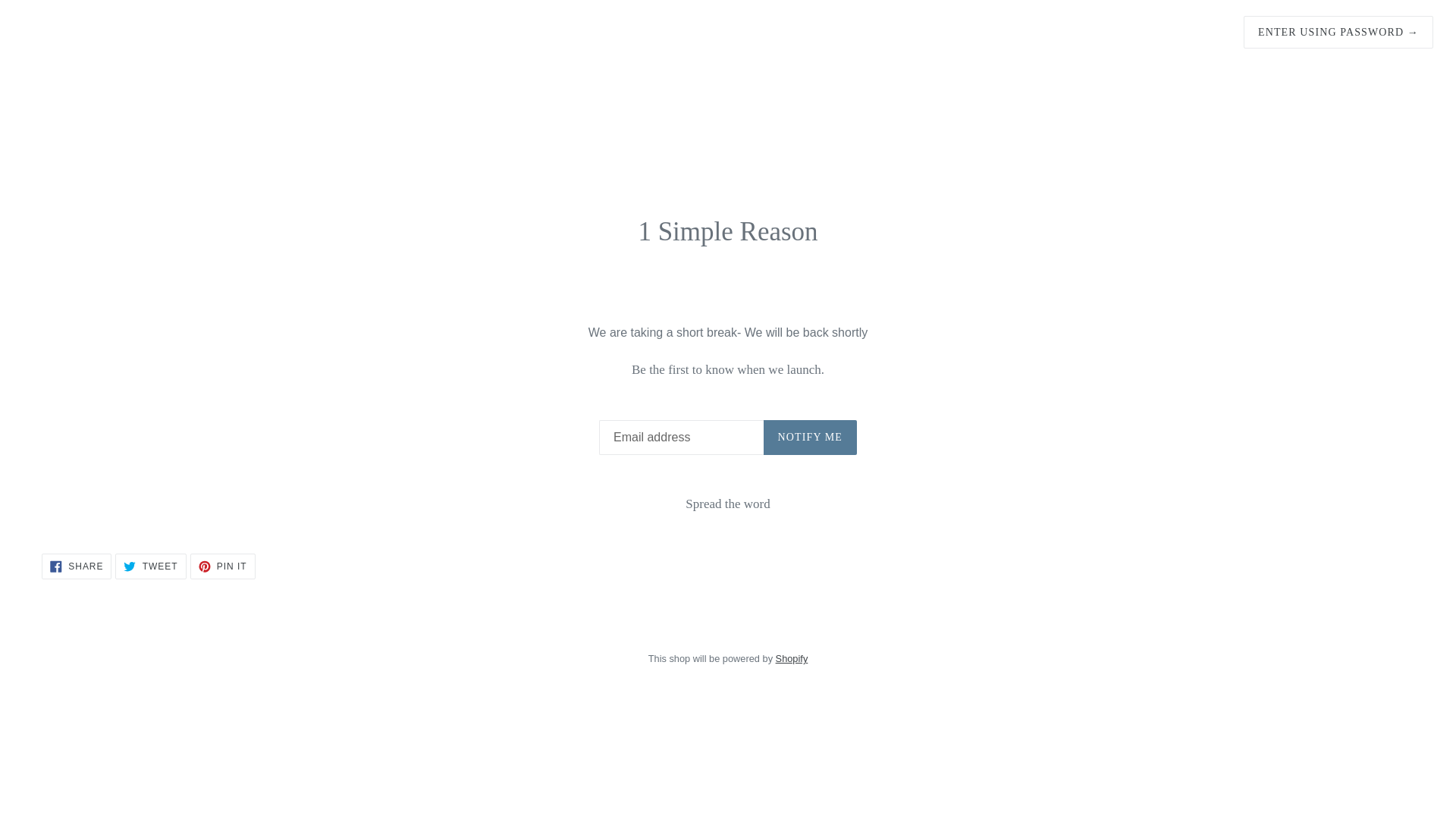  What do you see at coordinates (75, 566) in the screenshot?
I see `'SHARE` at bounding box center [75, 566].